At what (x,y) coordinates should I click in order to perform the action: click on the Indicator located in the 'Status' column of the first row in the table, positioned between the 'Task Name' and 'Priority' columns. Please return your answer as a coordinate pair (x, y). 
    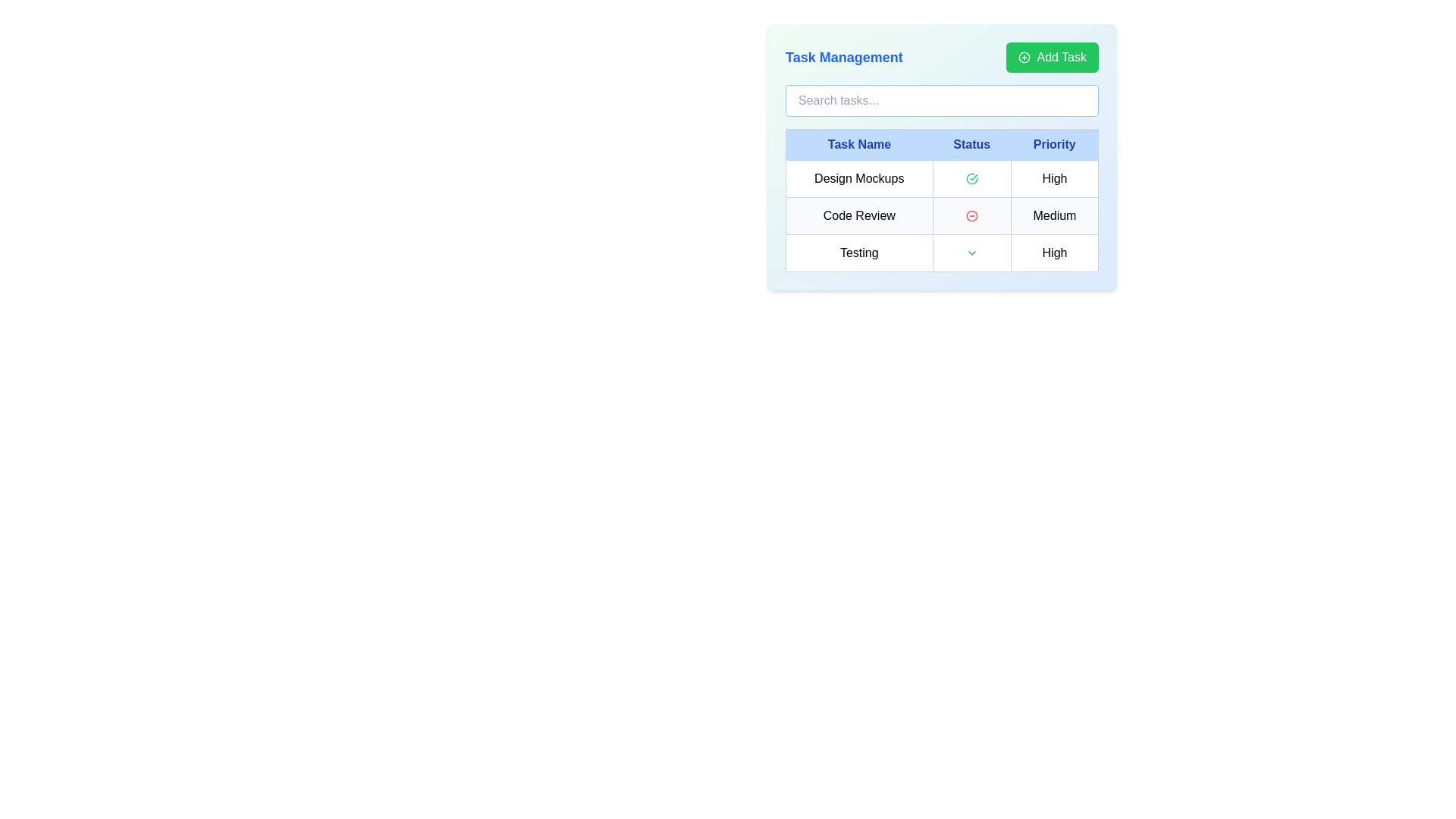
    Looking at the image, I should click on (971, 177).